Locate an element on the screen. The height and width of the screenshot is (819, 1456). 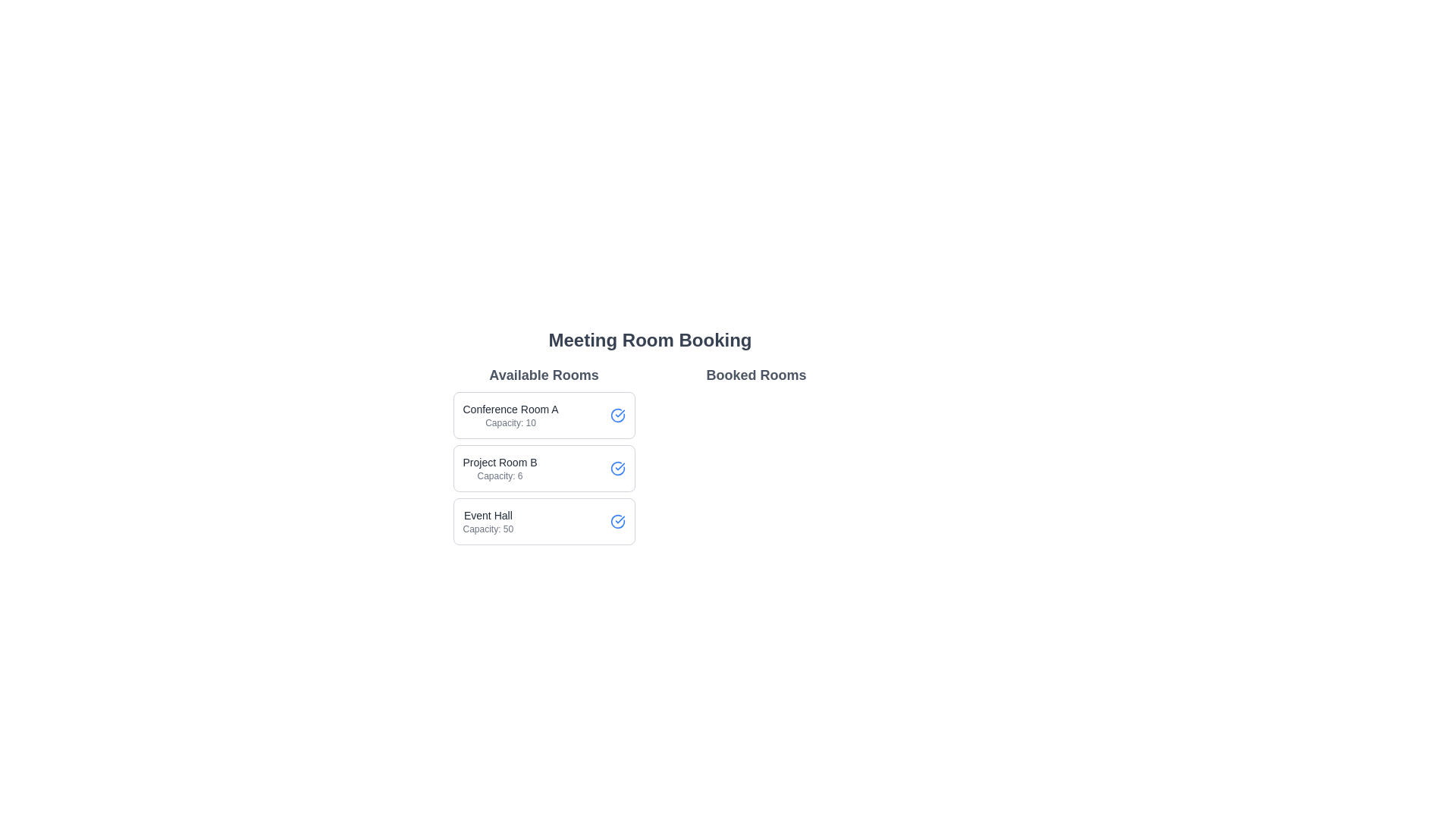
the booking indication provided by the icon located in the 'Event Hall' card, which is the third card in the 'Available Rooms' section is located at coordinates (617, 520).